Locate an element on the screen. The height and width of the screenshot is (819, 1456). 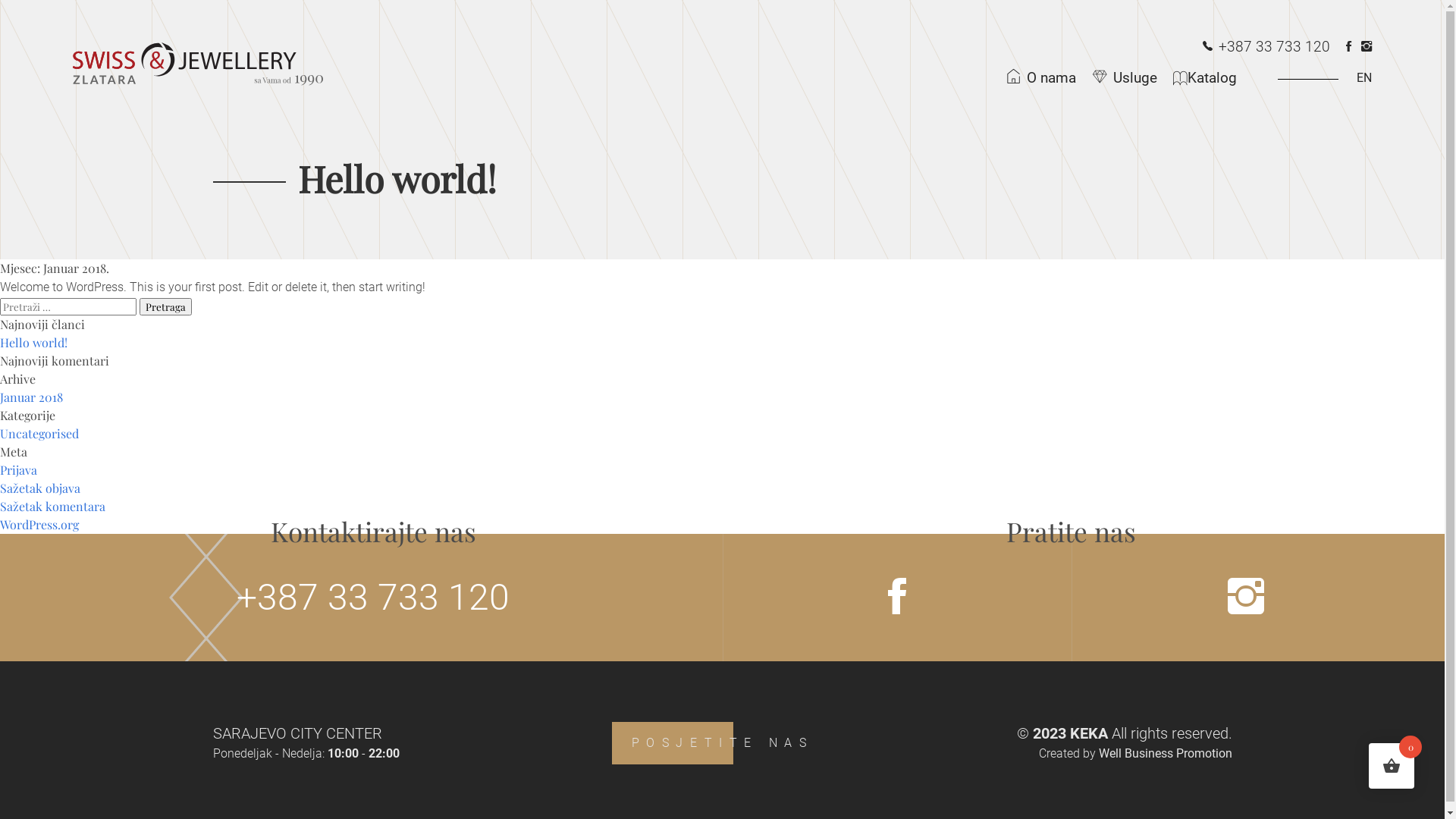
'Januar 2018' is located at coordinates (31, 396).